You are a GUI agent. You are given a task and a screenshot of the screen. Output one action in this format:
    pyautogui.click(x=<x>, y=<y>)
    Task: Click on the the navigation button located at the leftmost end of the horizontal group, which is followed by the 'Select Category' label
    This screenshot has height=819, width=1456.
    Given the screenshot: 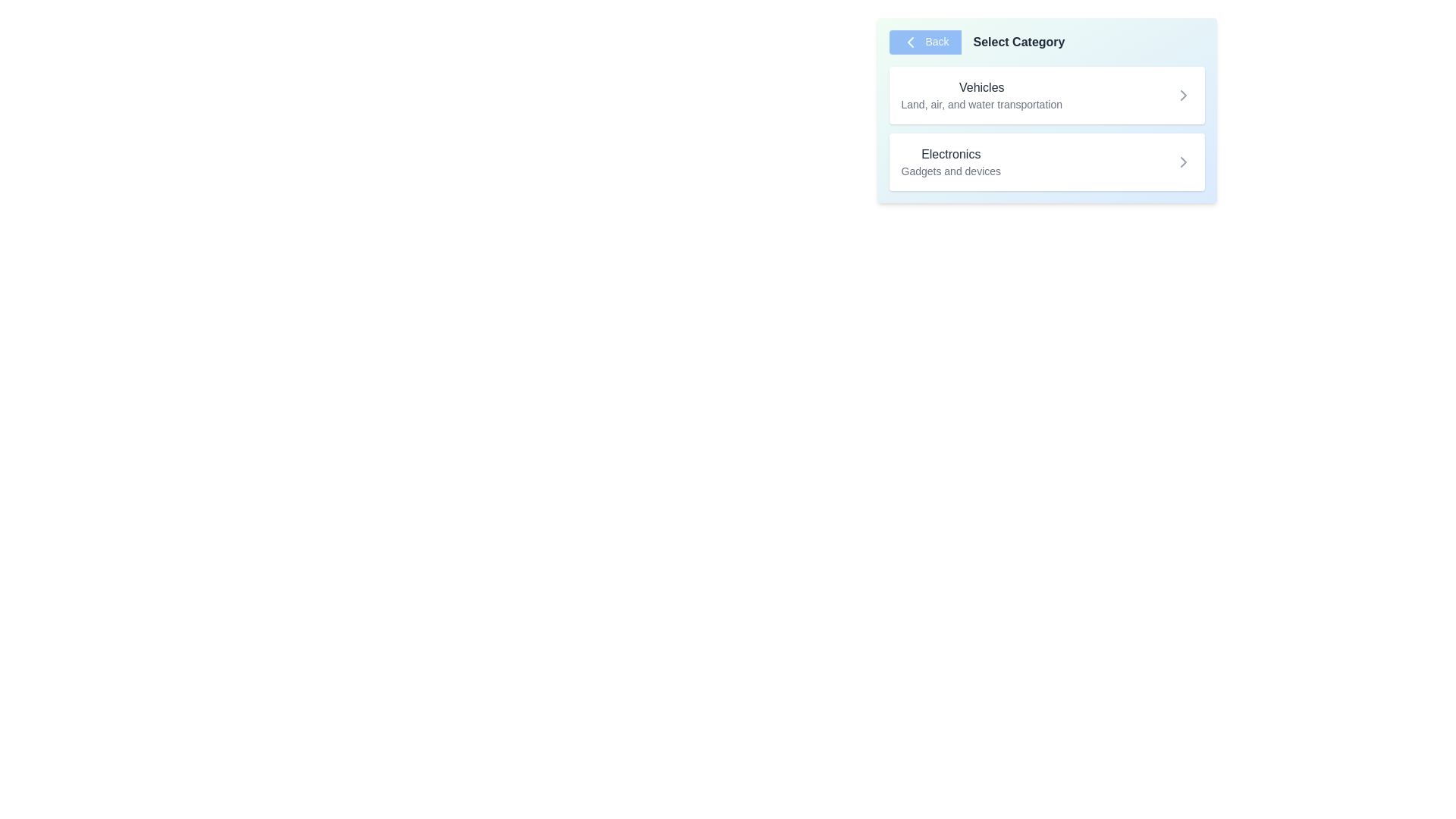 What is the action you would take?
    pyautogui.click(x=924, y=42)
    